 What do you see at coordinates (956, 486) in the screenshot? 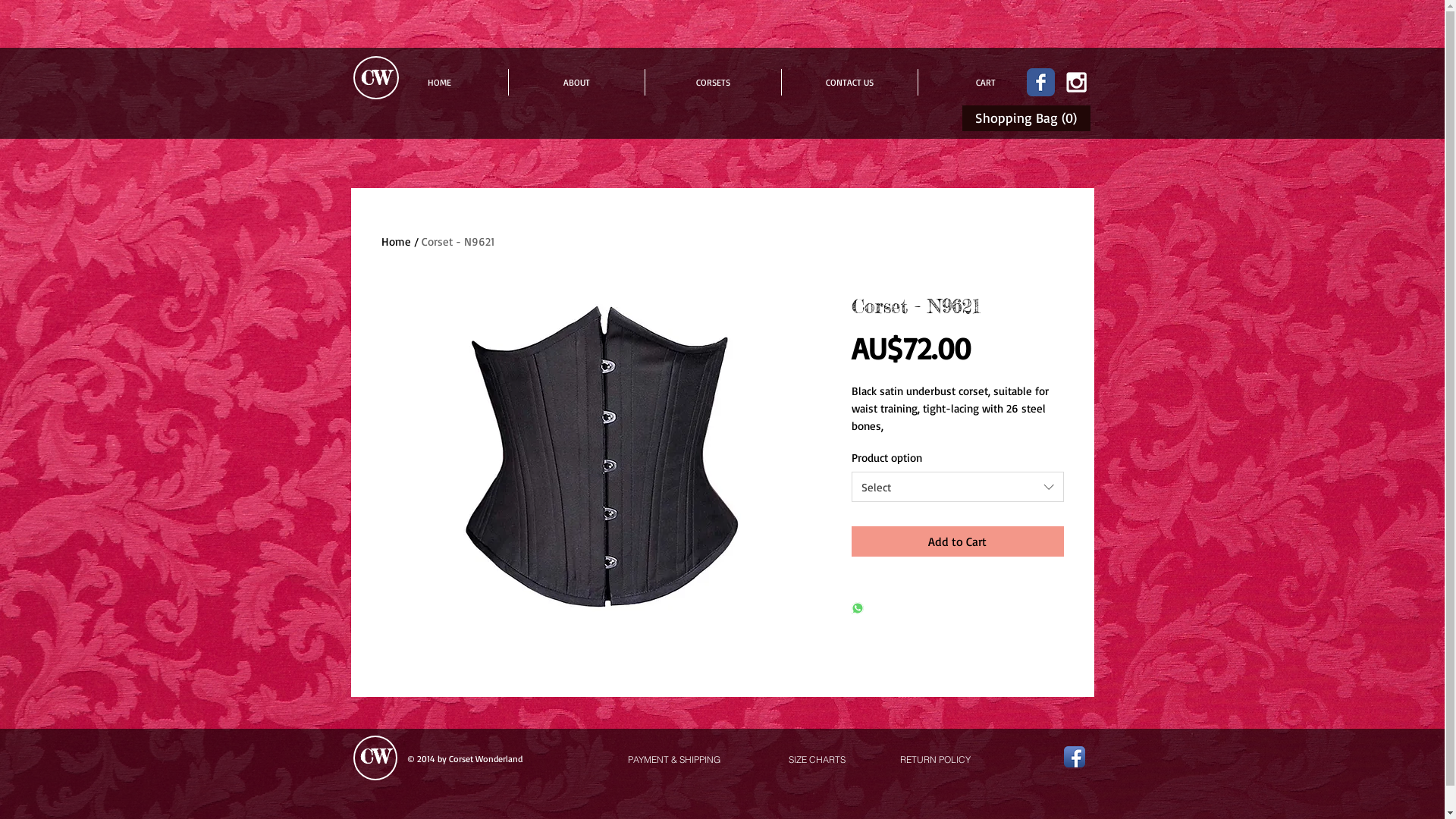
I see `'Select'` at bounding box center [956, 486].